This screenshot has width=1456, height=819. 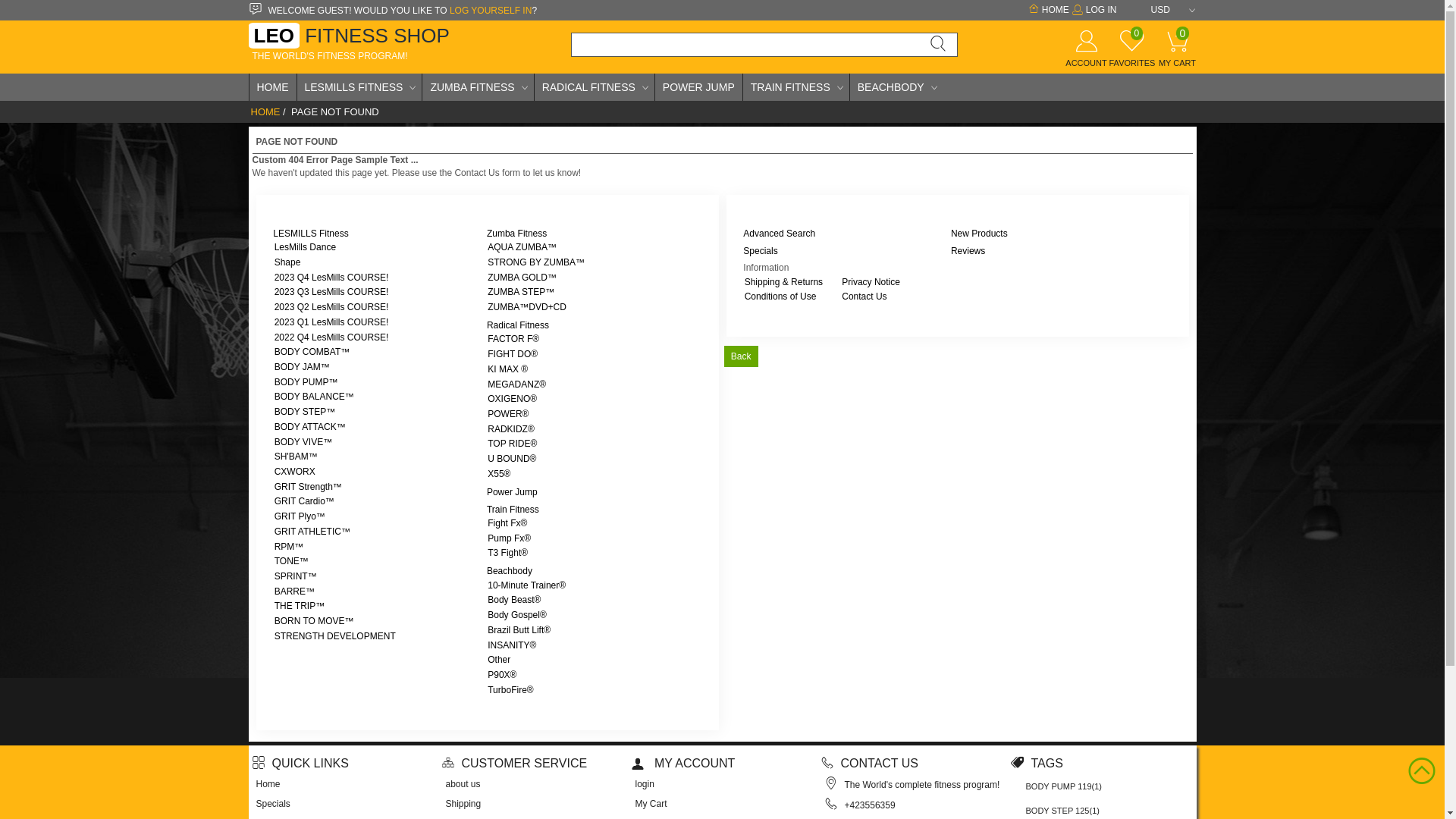 What do you see at coordinates (268, 783) in the screenshot?
I see `'Home'` at bounding box center [268, 783].